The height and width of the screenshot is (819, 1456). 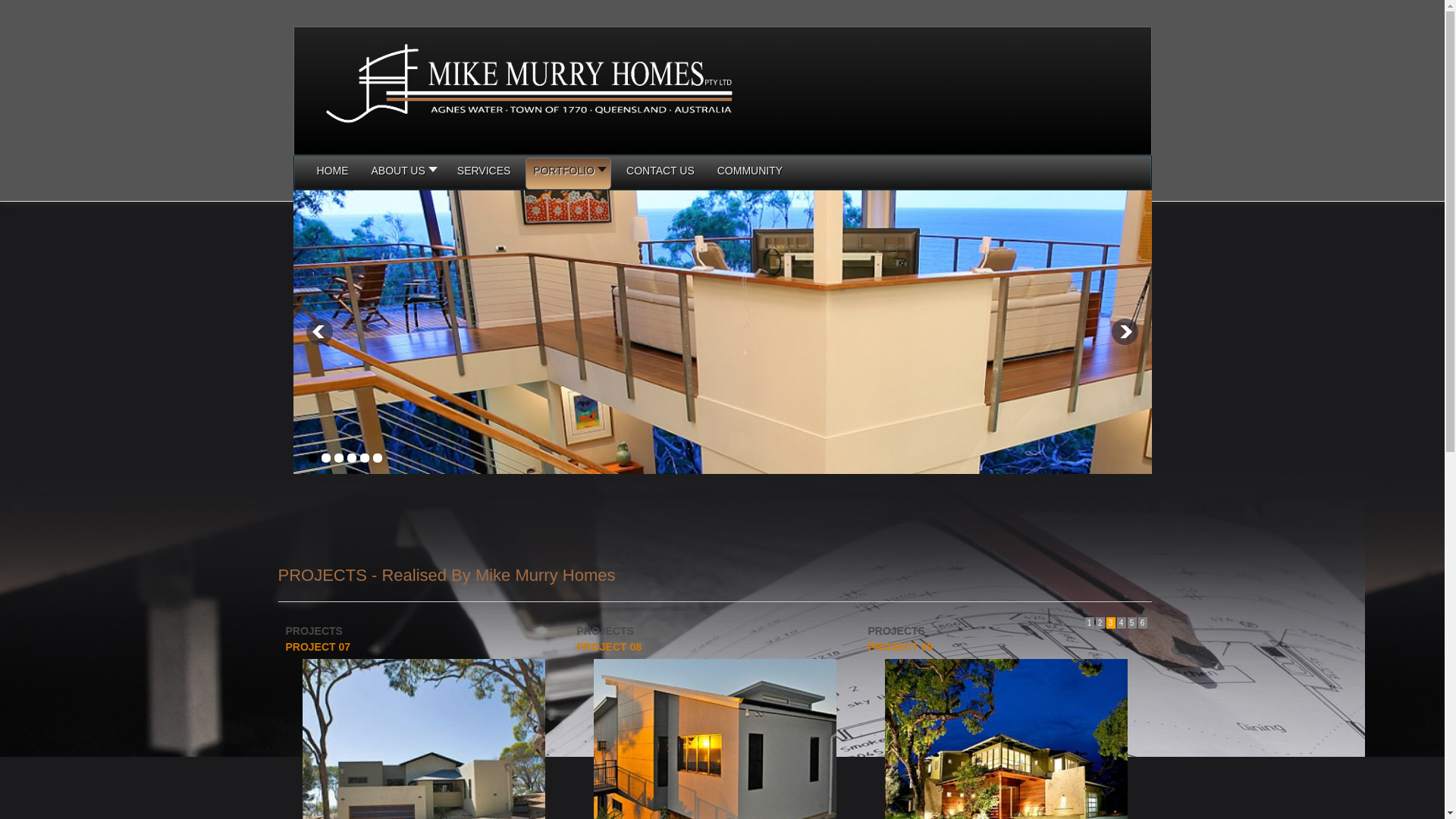 I want to click on 'PORTFOLIO', so click(x=567, y=174).